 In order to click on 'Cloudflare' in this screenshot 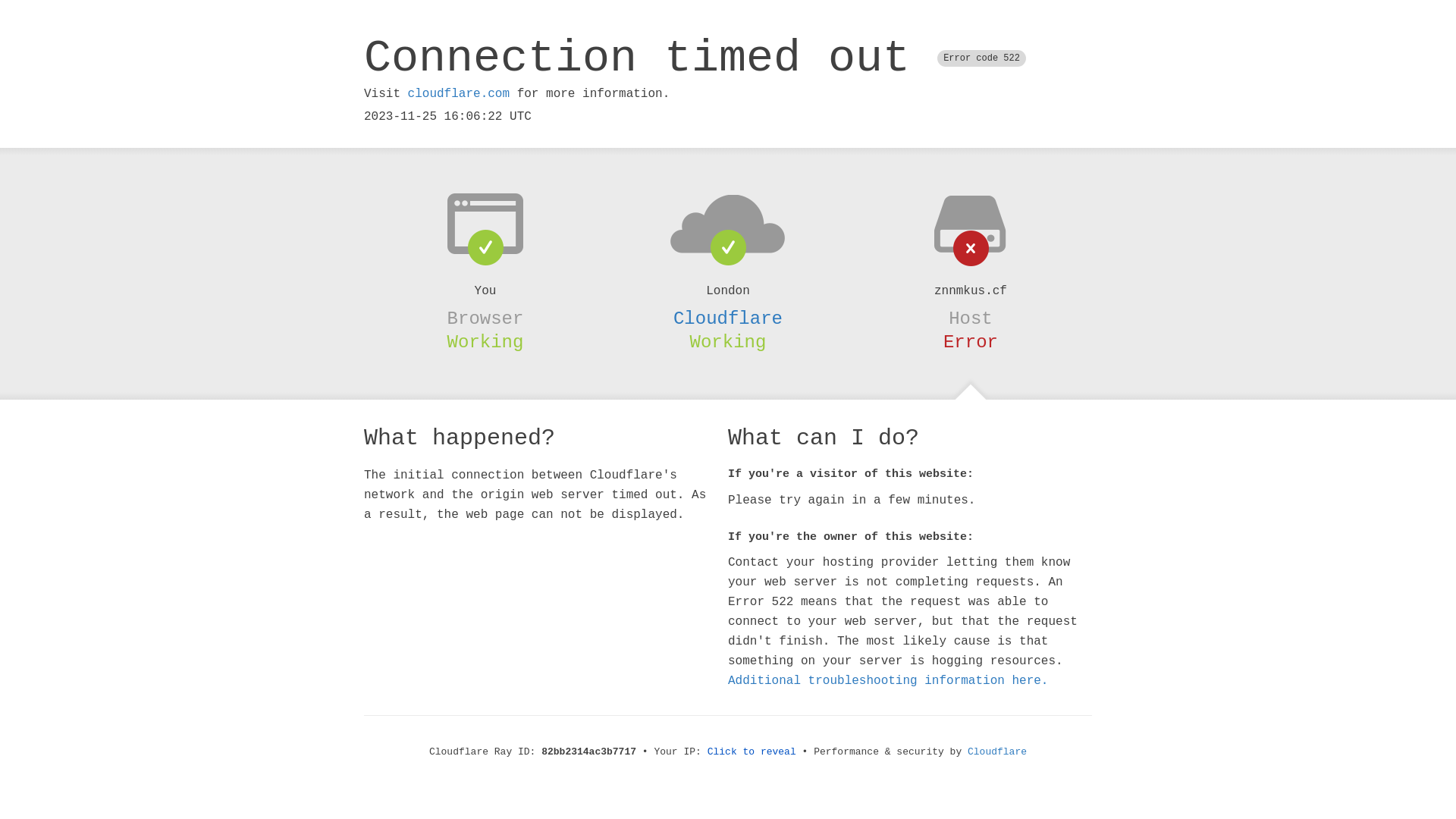, I will do `click(728, 318)`.